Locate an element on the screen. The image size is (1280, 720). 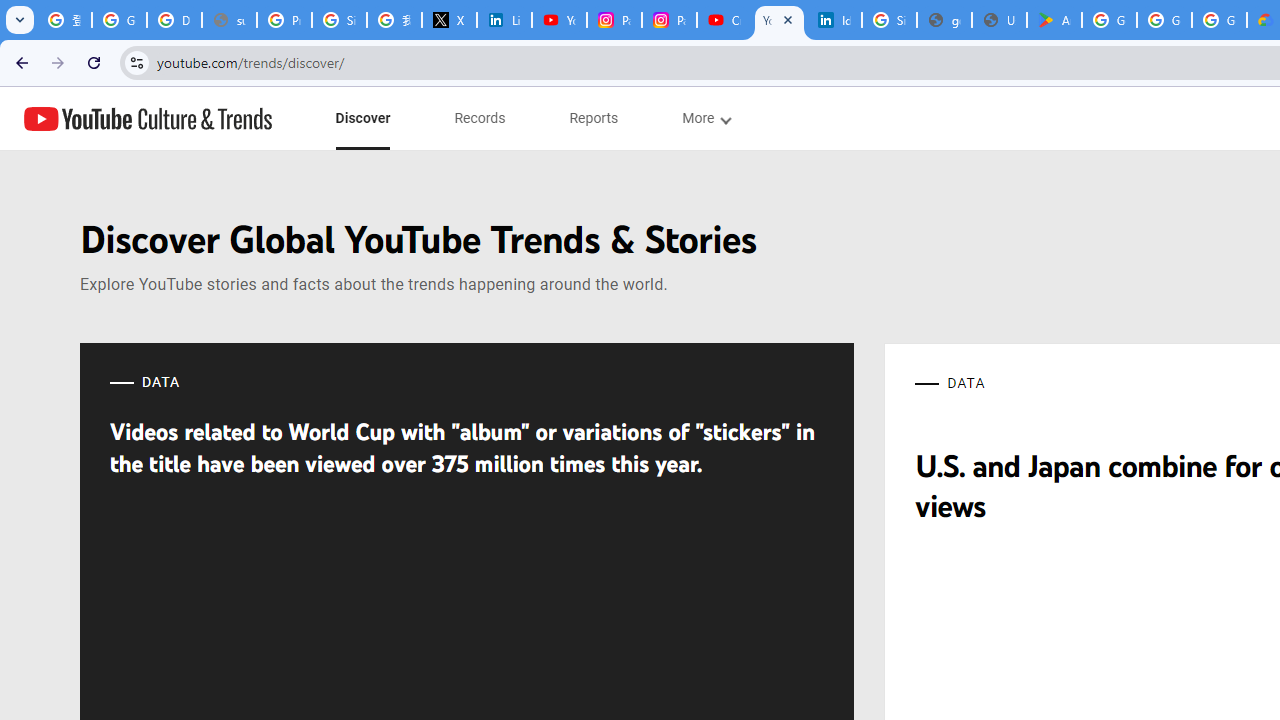
'subnav-More menupopup' is located at coordinates (706, 118).